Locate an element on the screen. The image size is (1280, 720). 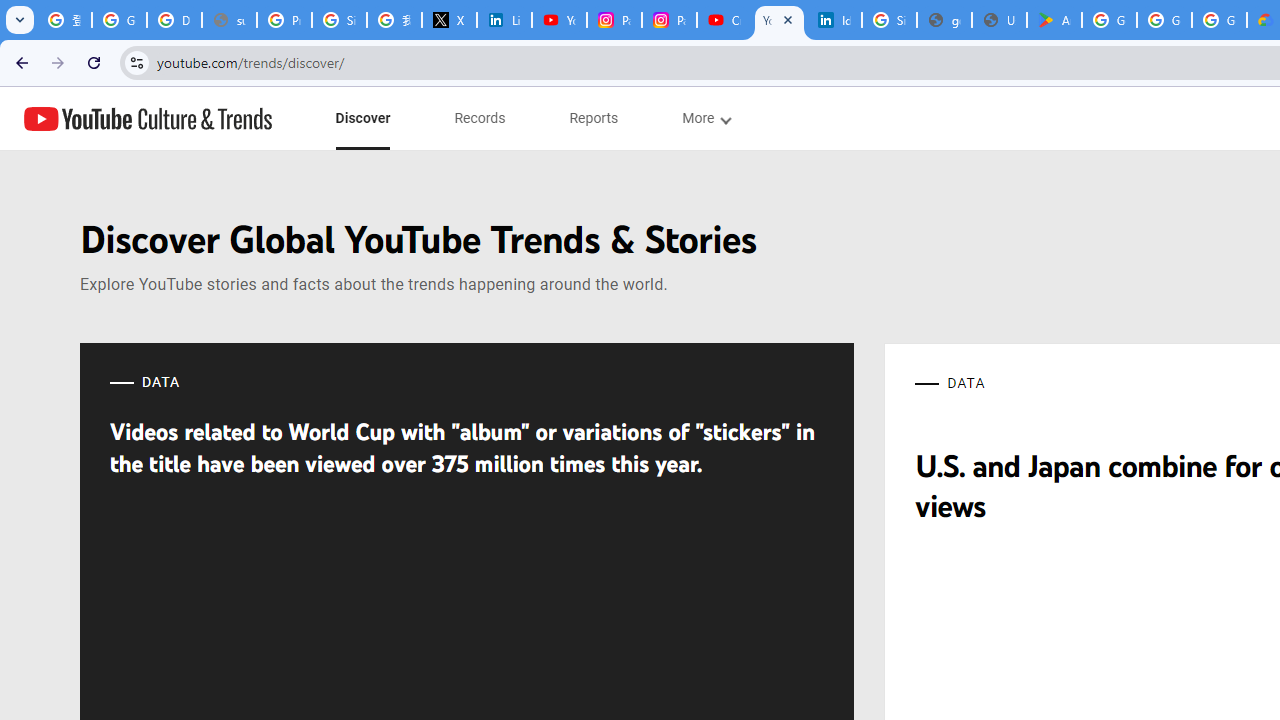
'subnav-More menupopup' is located at coordinates (706, 118).